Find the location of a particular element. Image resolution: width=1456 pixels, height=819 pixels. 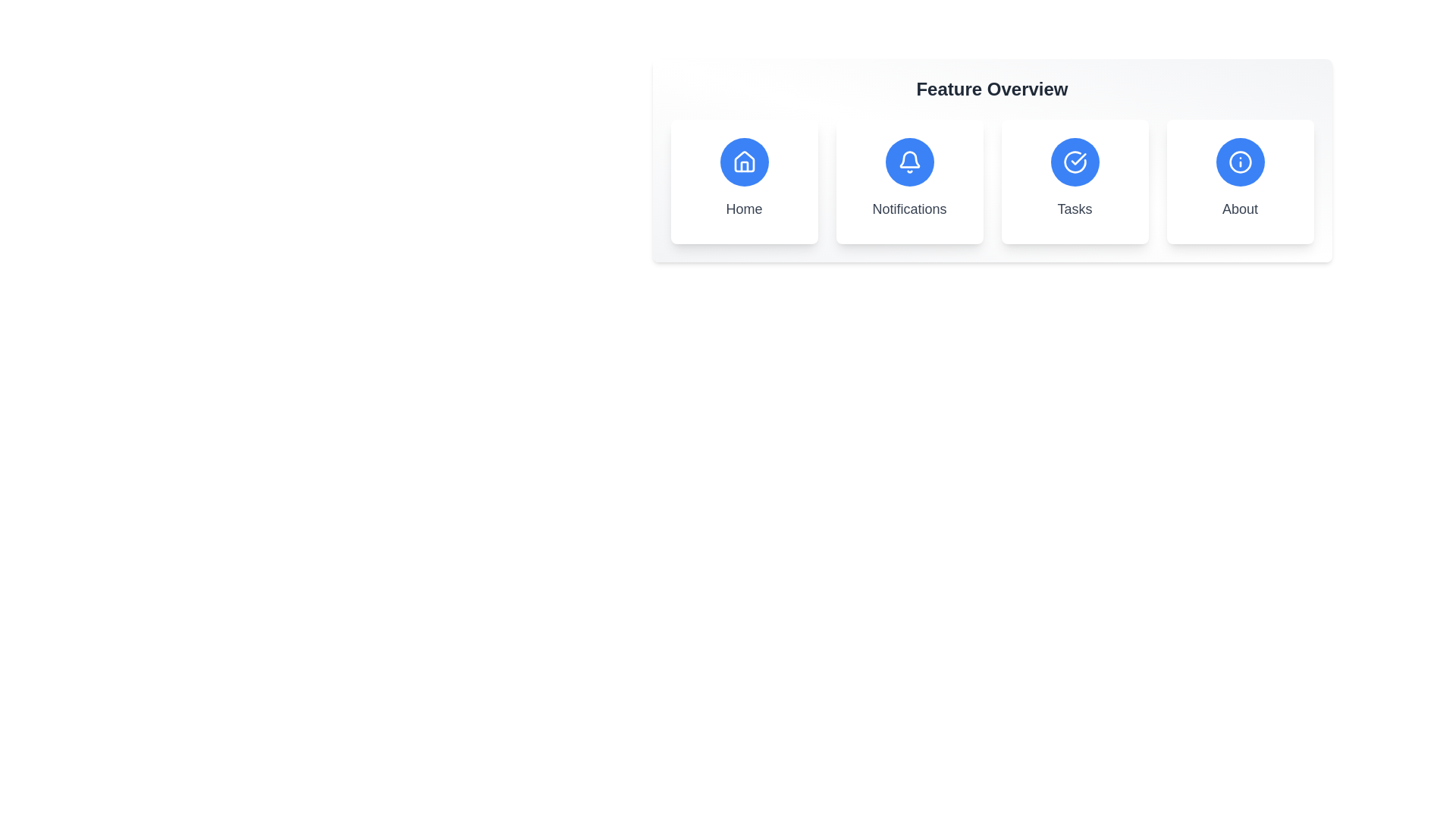

the text label displaying 'Tasks', which is styled with medium gray font and positioned beneath a circular blue icon with a white checkmark is located at coordinates (1074, 209).